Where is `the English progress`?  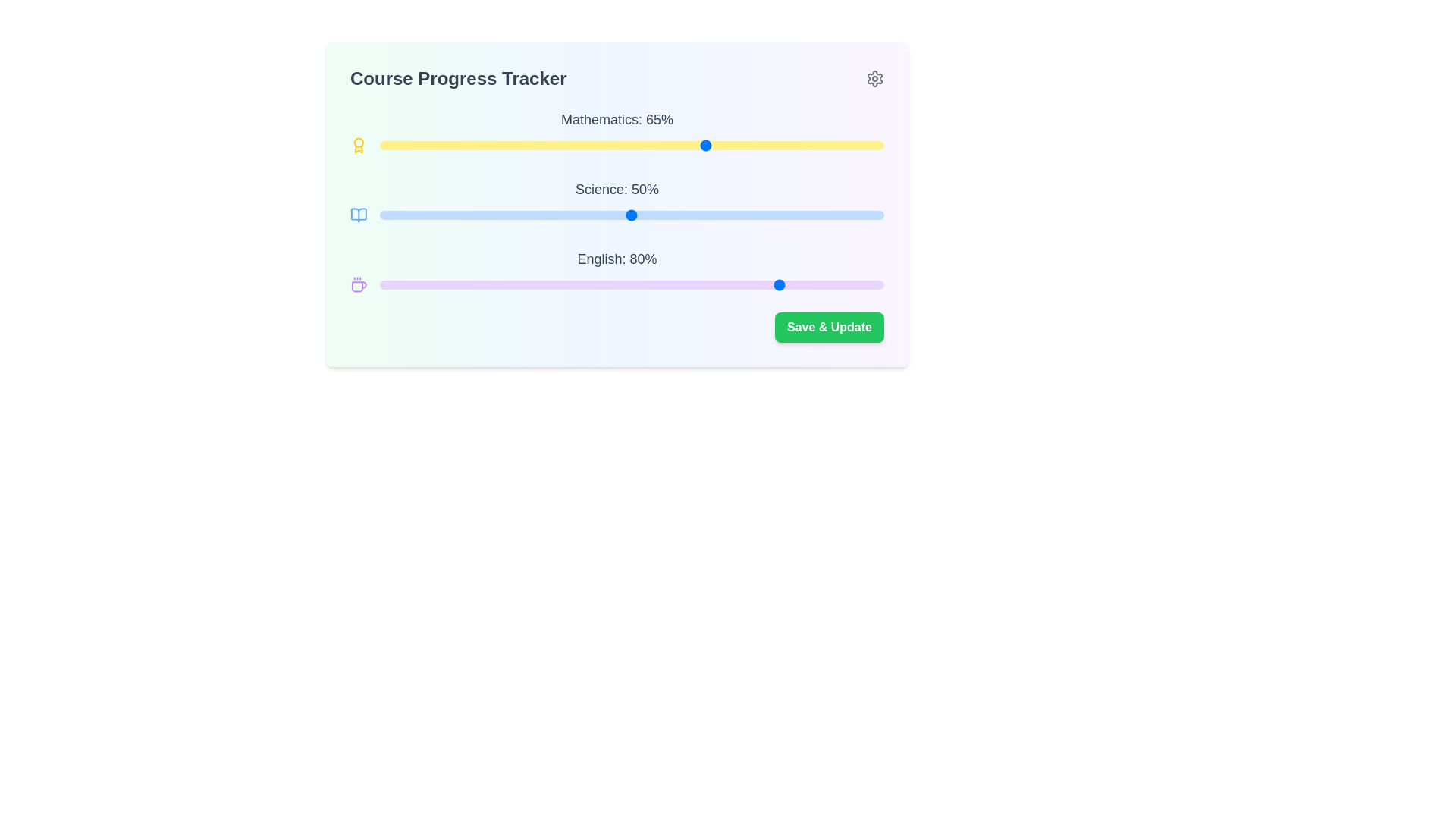 the English progress is located at coordinates (864, 284).